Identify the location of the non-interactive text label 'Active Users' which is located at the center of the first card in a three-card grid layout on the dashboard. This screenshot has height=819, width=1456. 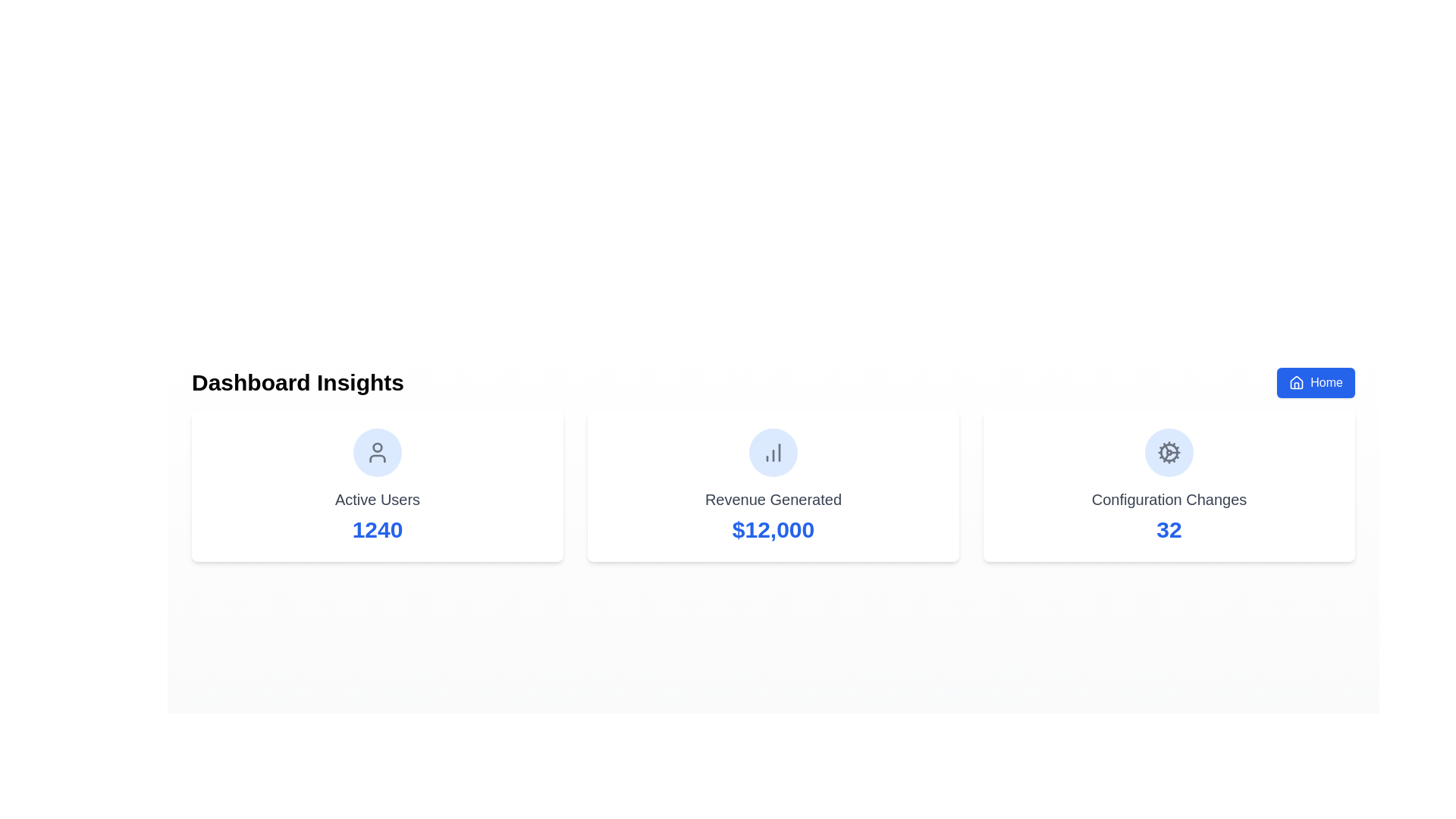
(378, 500).